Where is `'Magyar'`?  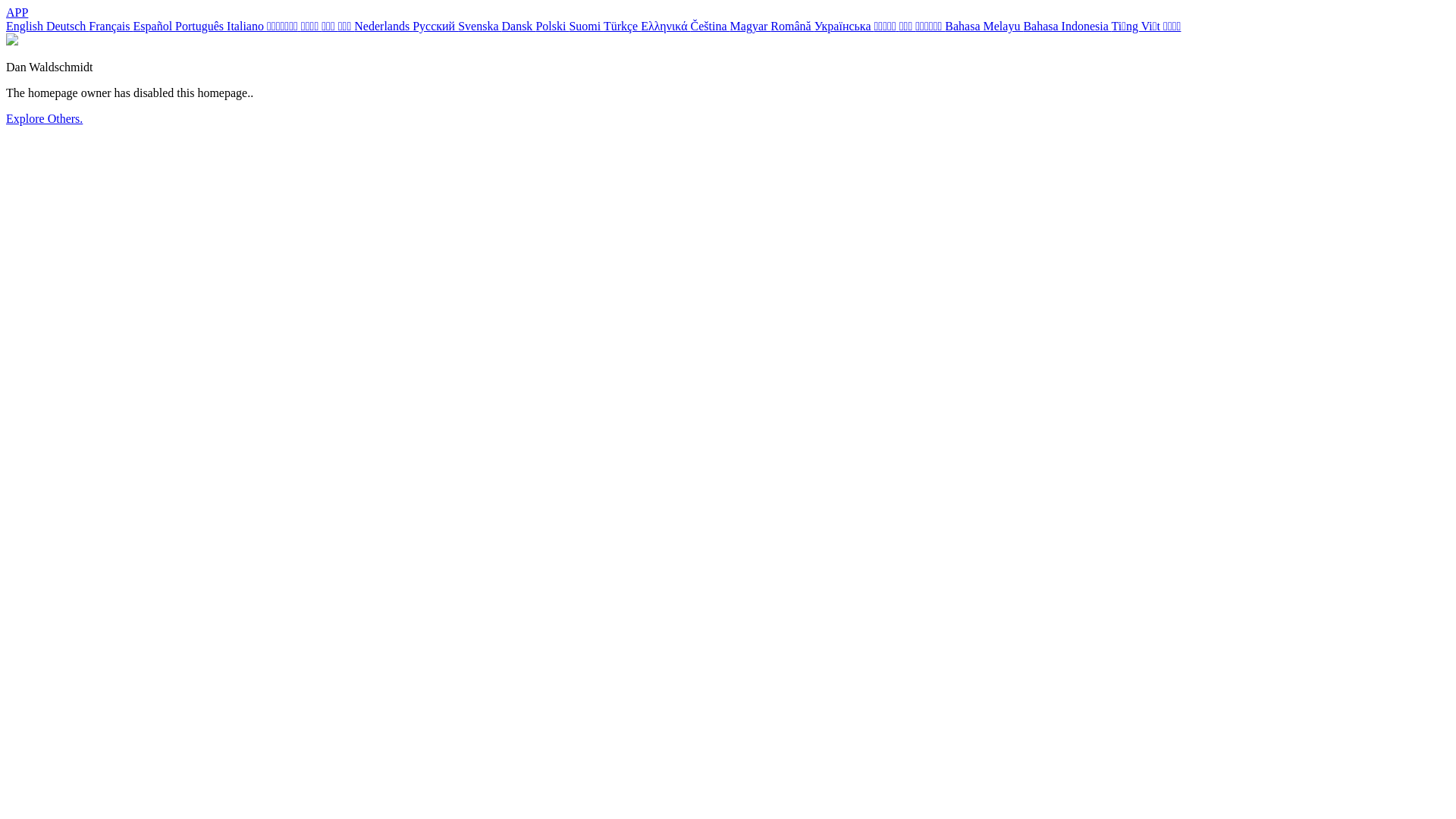
'Magyar' is located at coordinates (750, 26).